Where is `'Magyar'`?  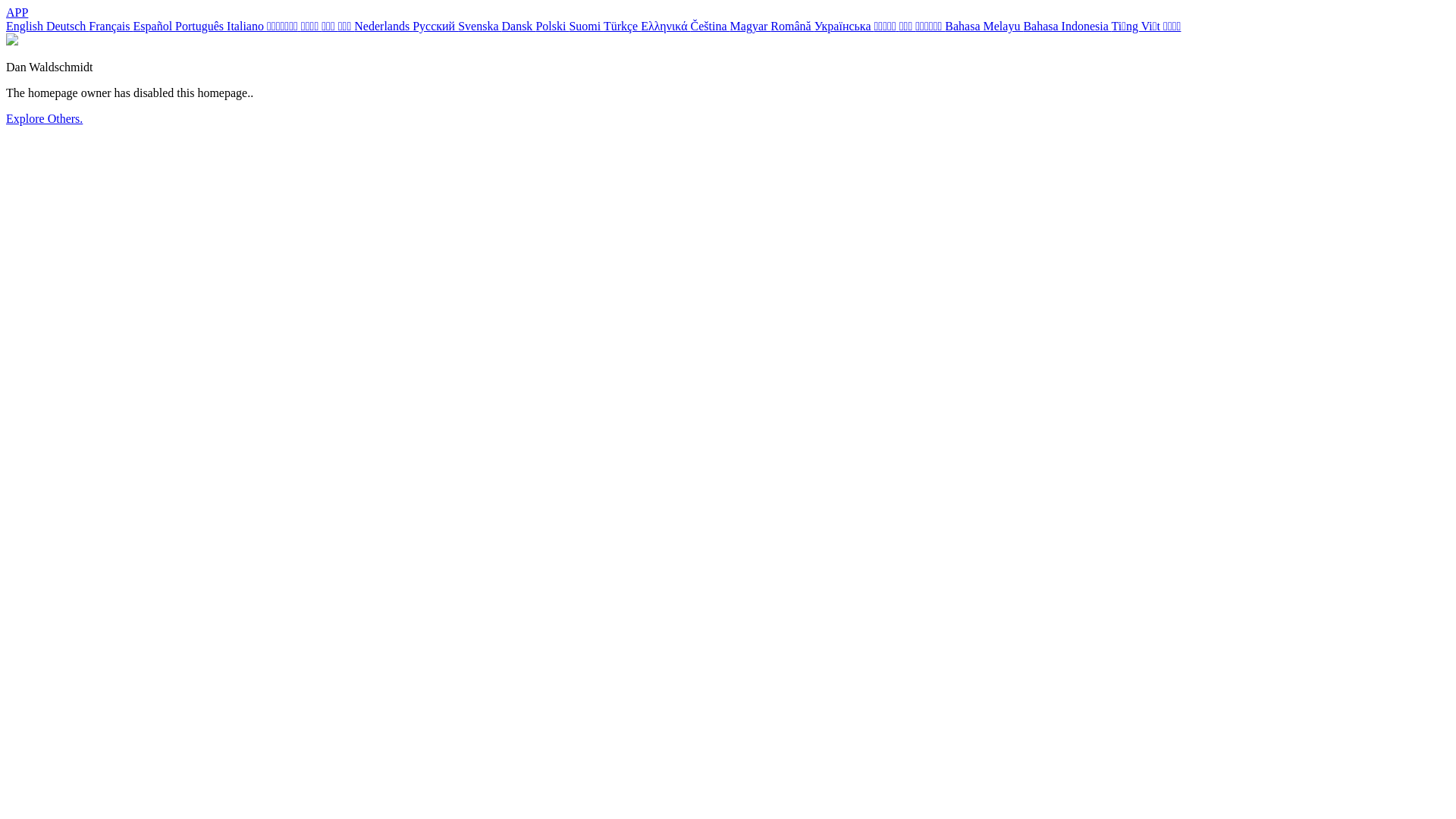
'Magyar' is located at coordinates (750, 26).